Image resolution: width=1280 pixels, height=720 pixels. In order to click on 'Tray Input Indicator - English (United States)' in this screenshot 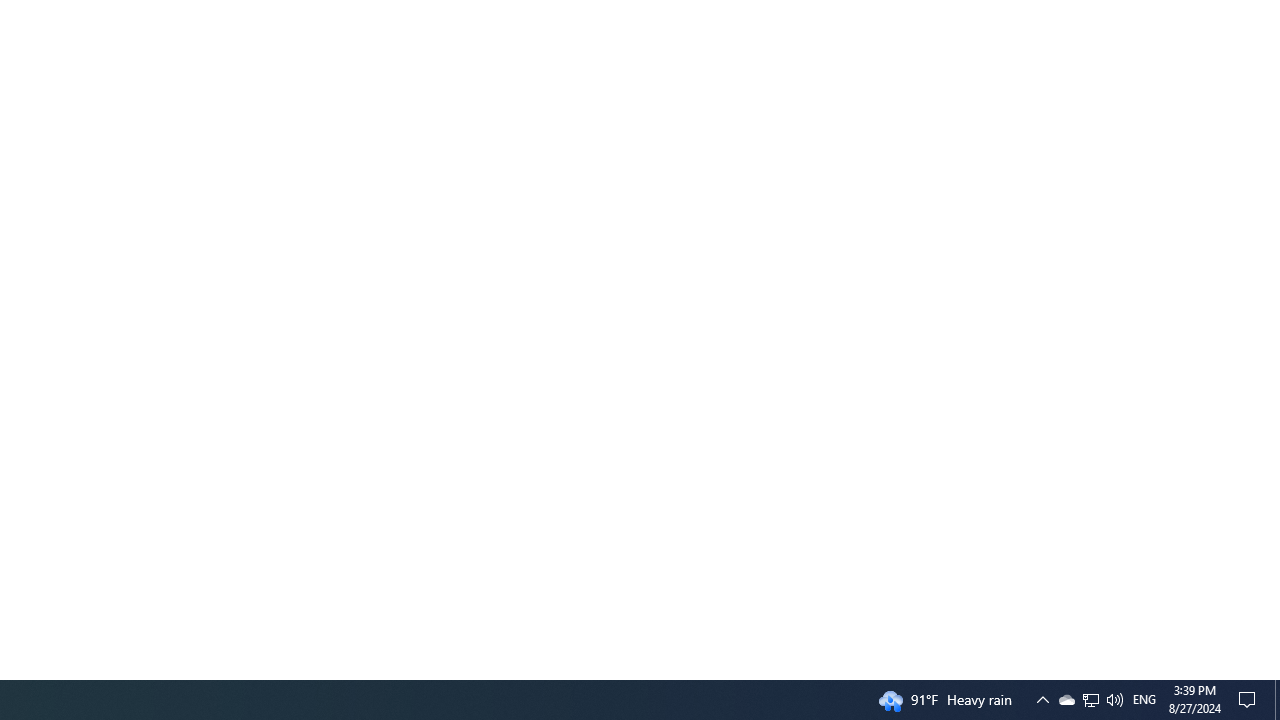, I will do `click(1144, 698)`.